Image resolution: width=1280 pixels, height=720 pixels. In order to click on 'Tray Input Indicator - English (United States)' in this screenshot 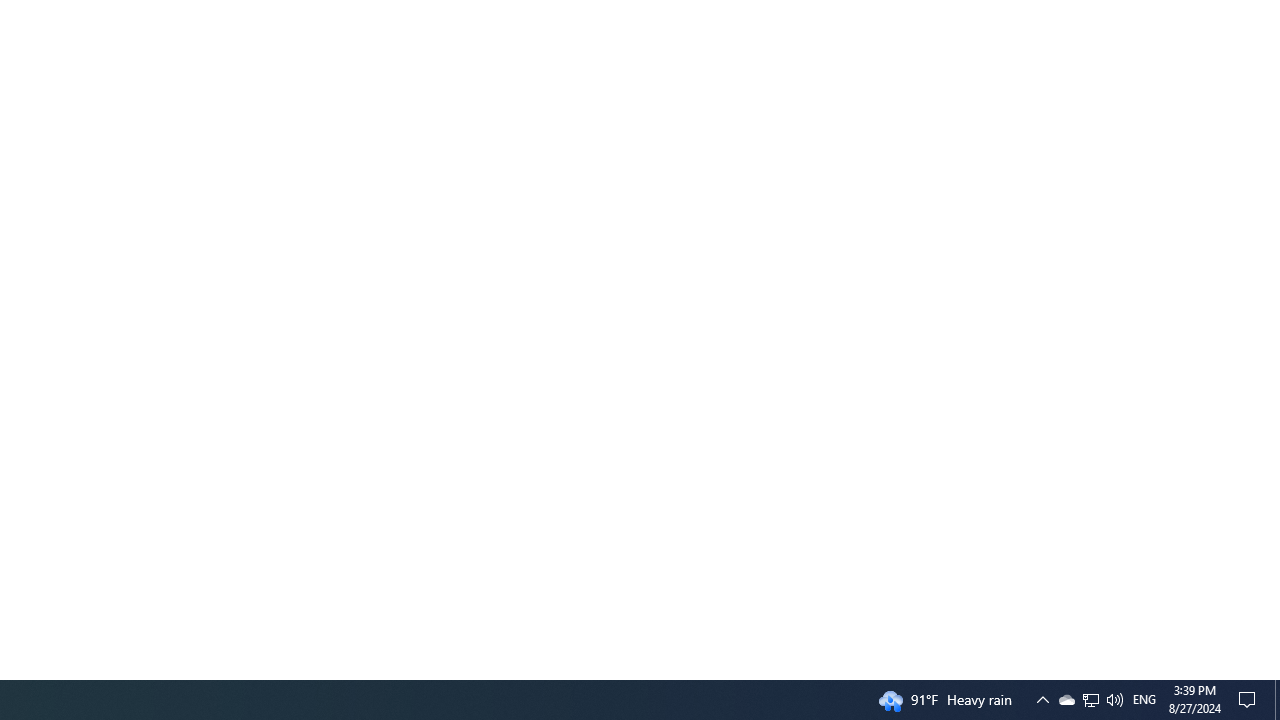, I will do `click(1144, 698)`.